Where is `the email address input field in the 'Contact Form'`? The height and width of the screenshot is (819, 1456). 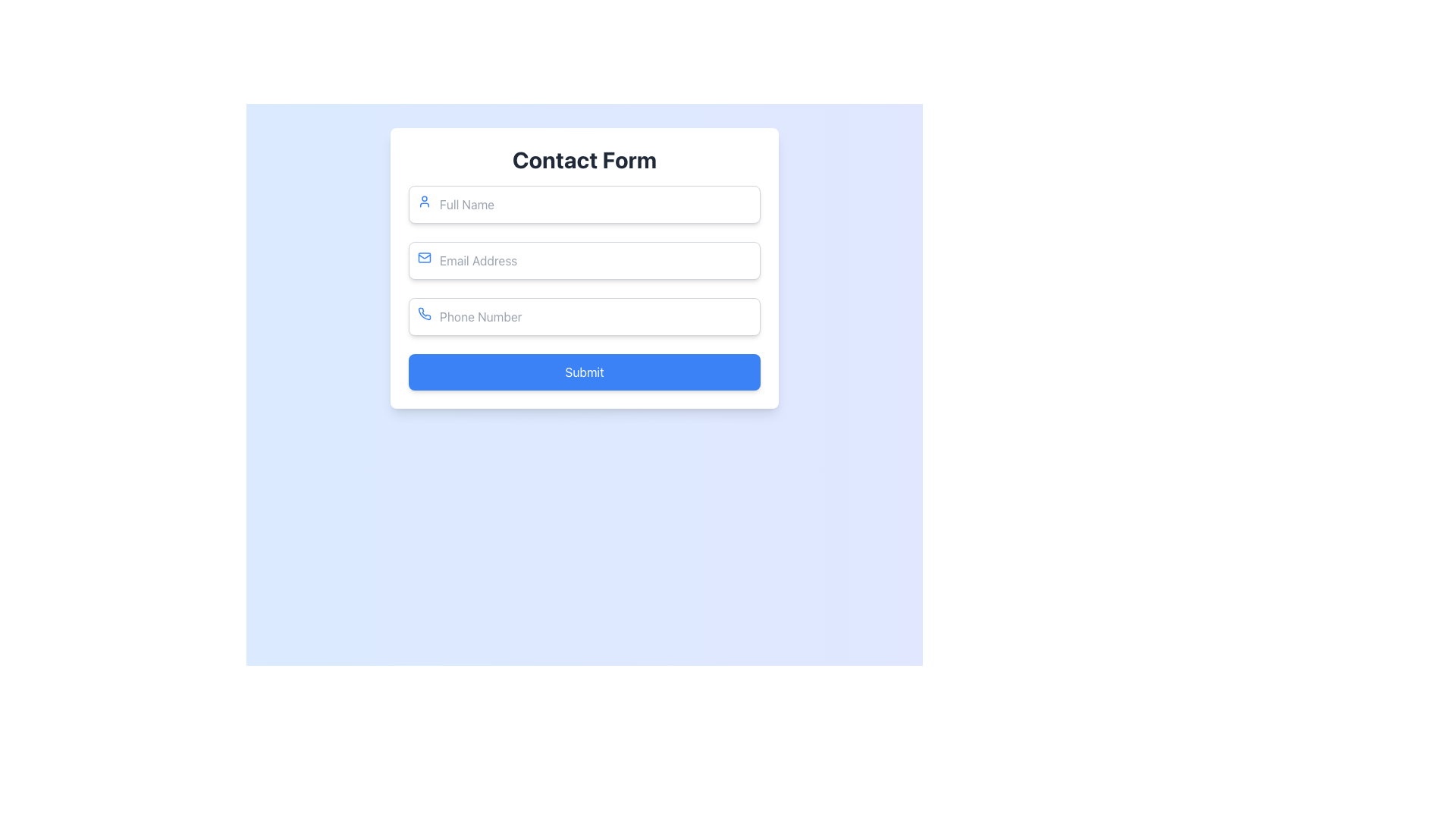 the email address input field in the 'Contact Form' is located at coordinates (584, 268).